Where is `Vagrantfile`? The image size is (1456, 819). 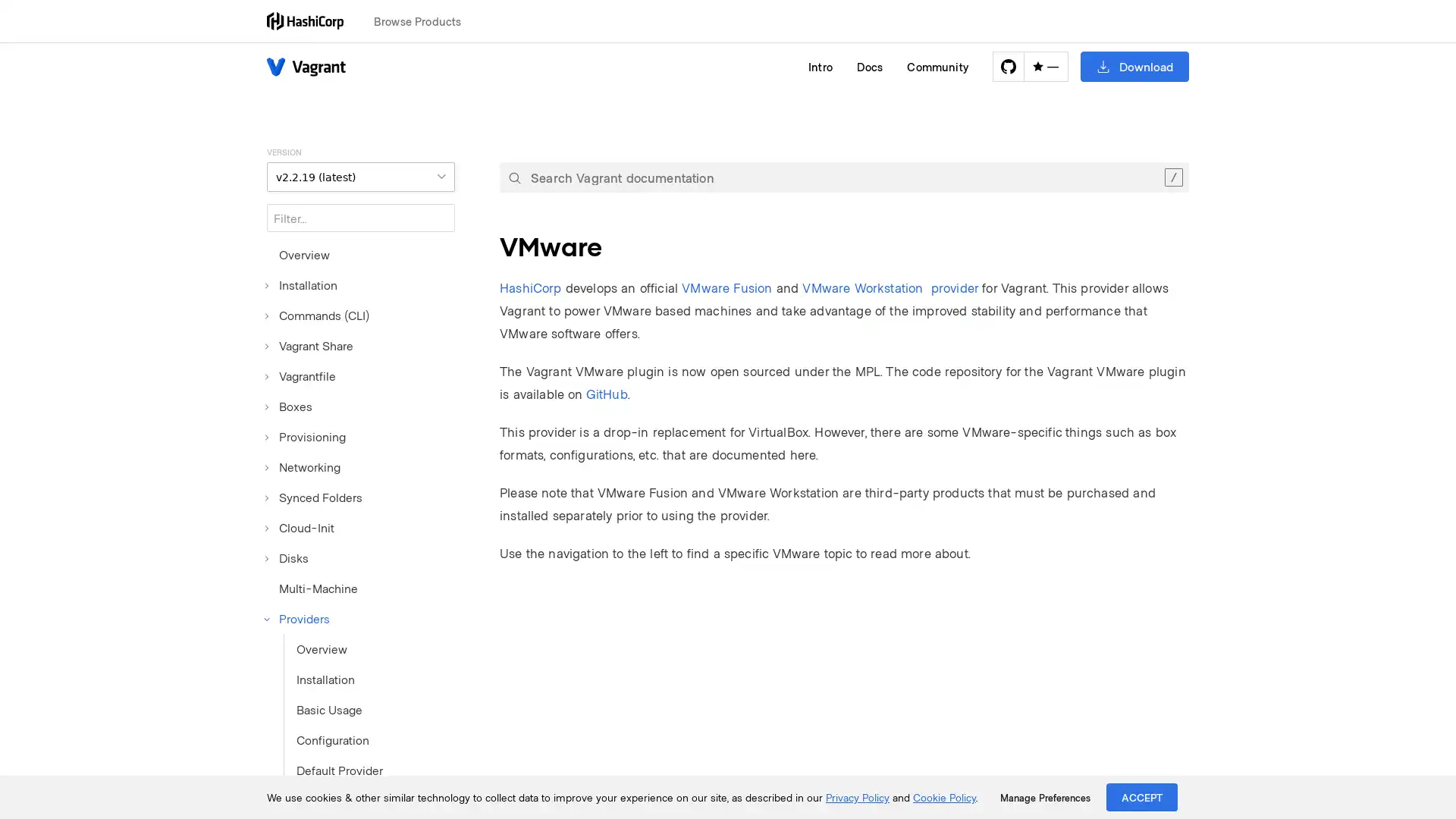 Vagrantfile is located at coordinates (301, 375).